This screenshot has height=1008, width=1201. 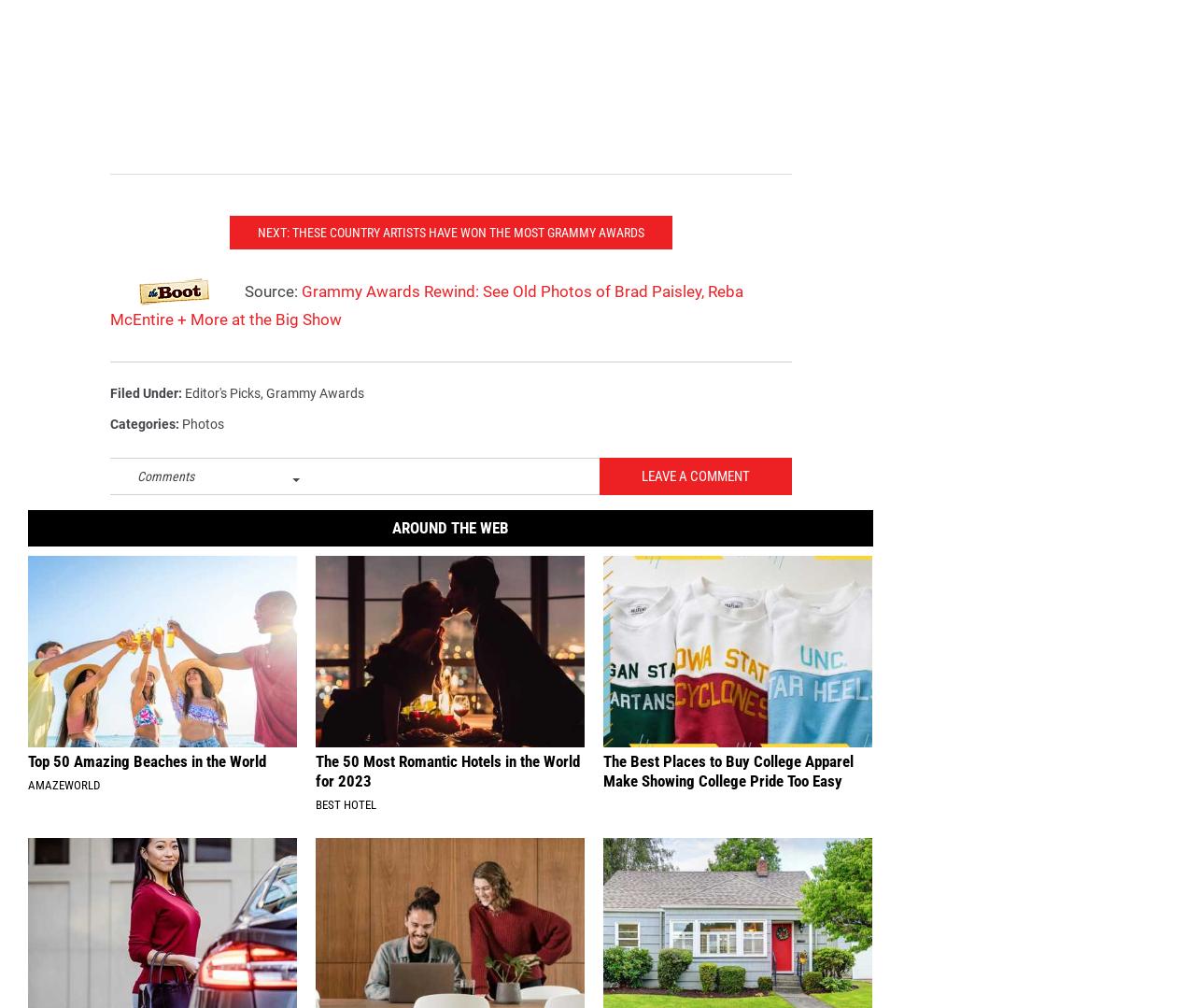 What do you see at coordinates (181, 452) in the screenshot?
I see `'Photos'` at bounding box center [181, 452].